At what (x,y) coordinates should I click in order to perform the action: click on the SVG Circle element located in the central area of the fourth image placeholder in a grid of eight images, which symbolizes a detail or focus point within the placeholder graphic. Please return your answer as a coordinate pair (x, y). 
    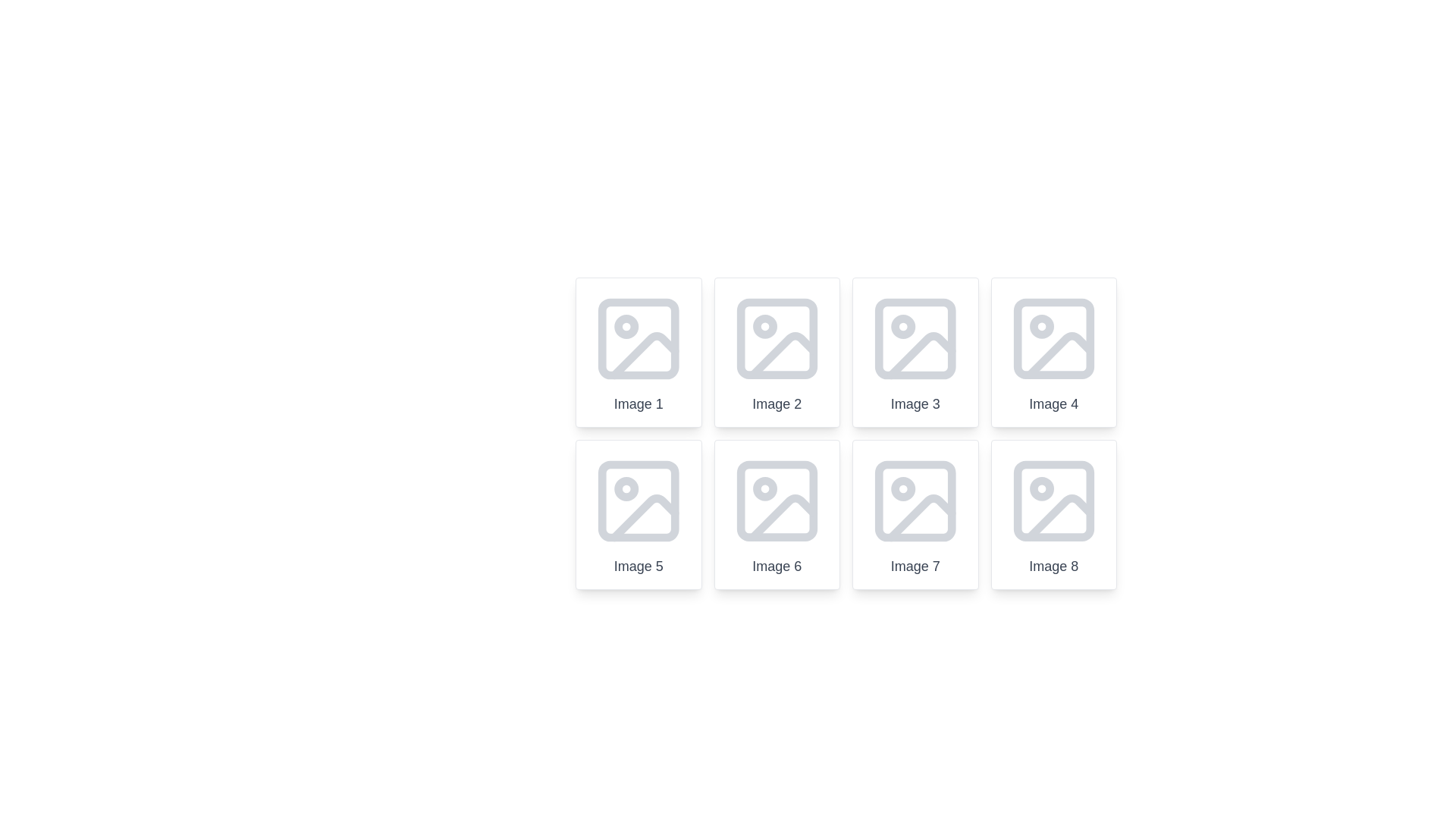
    Looking at the image, I should click on (1040, 326).